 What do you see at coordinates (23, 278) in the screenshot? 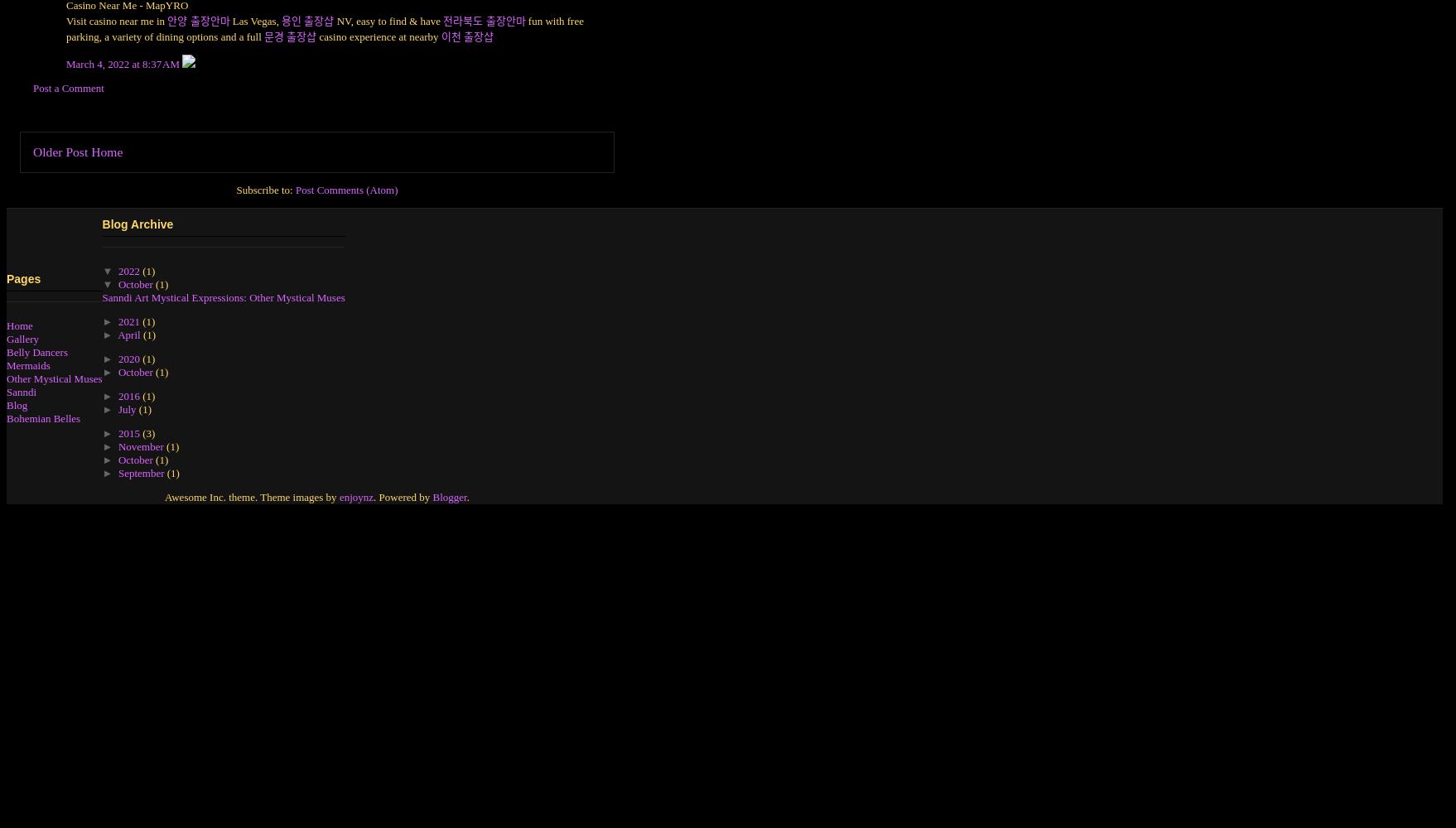
I see `'Pages'` at bounding box center [23, 278].